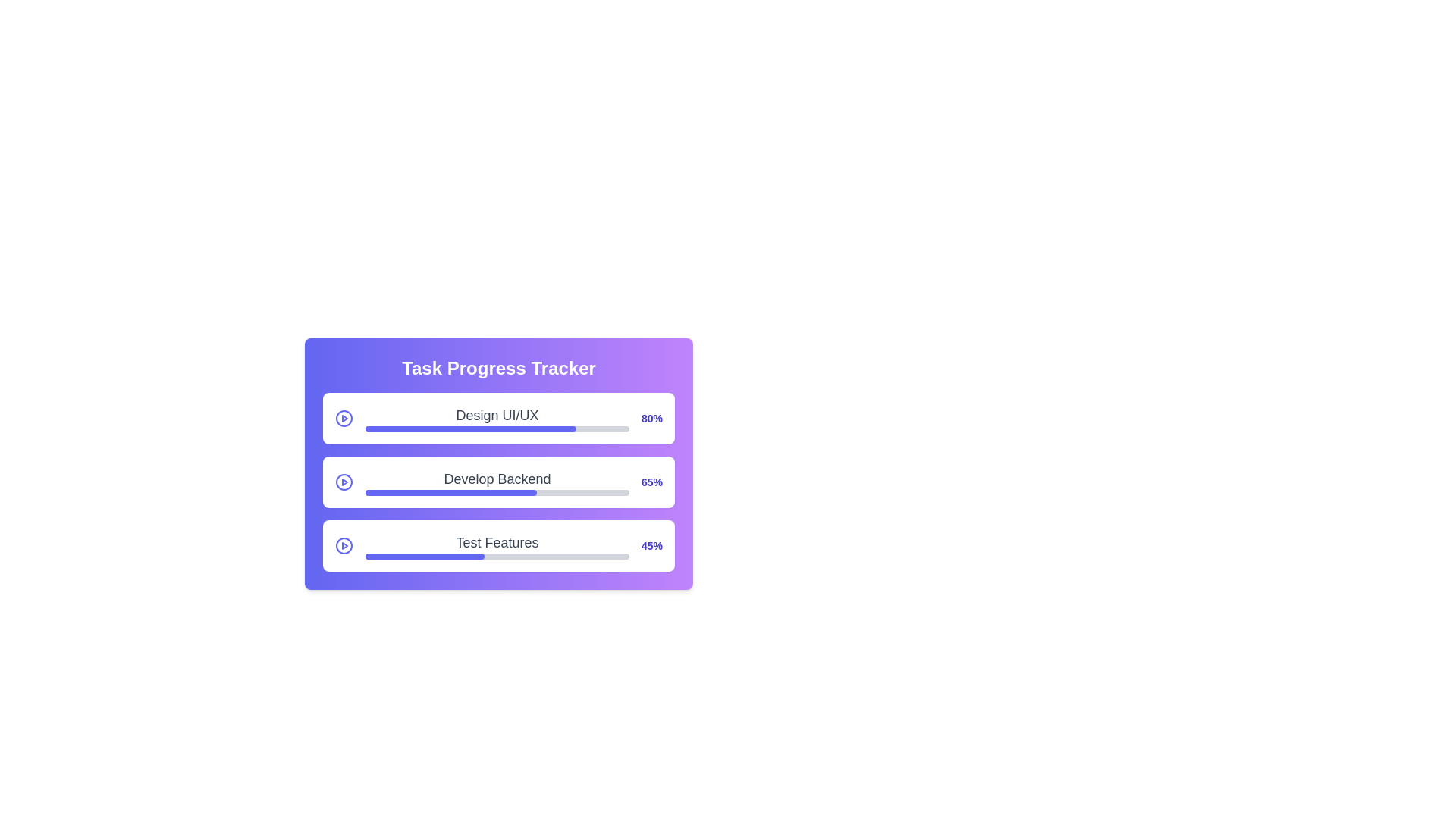 This screenshot has height=819, width=1456. What do you see at coordinates (651, 482) in the screenshot?
I see `the text label that displays the exact percentage of progress for the 'Develop Backend' task, which is located at the rightmost side of the task progress card` at bounding box center [651, 482].